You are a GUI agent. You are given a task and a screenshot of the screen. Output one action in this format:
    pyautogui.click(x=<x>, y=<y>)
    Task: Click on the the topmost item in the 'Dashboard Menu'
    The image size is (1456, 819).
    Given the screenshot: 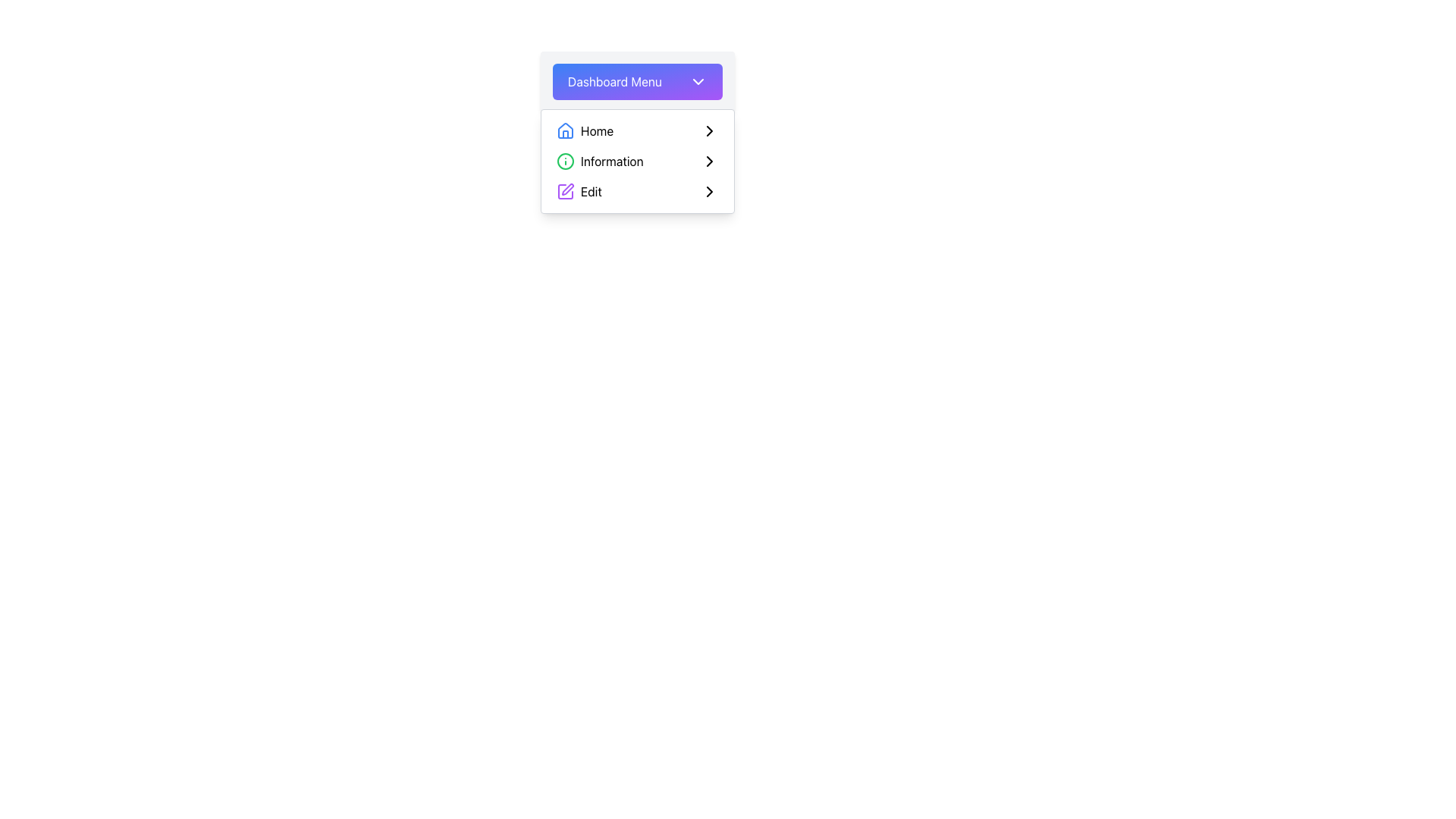 What is the action you would take?
    pyautogui.click(x=584, y=130)
    